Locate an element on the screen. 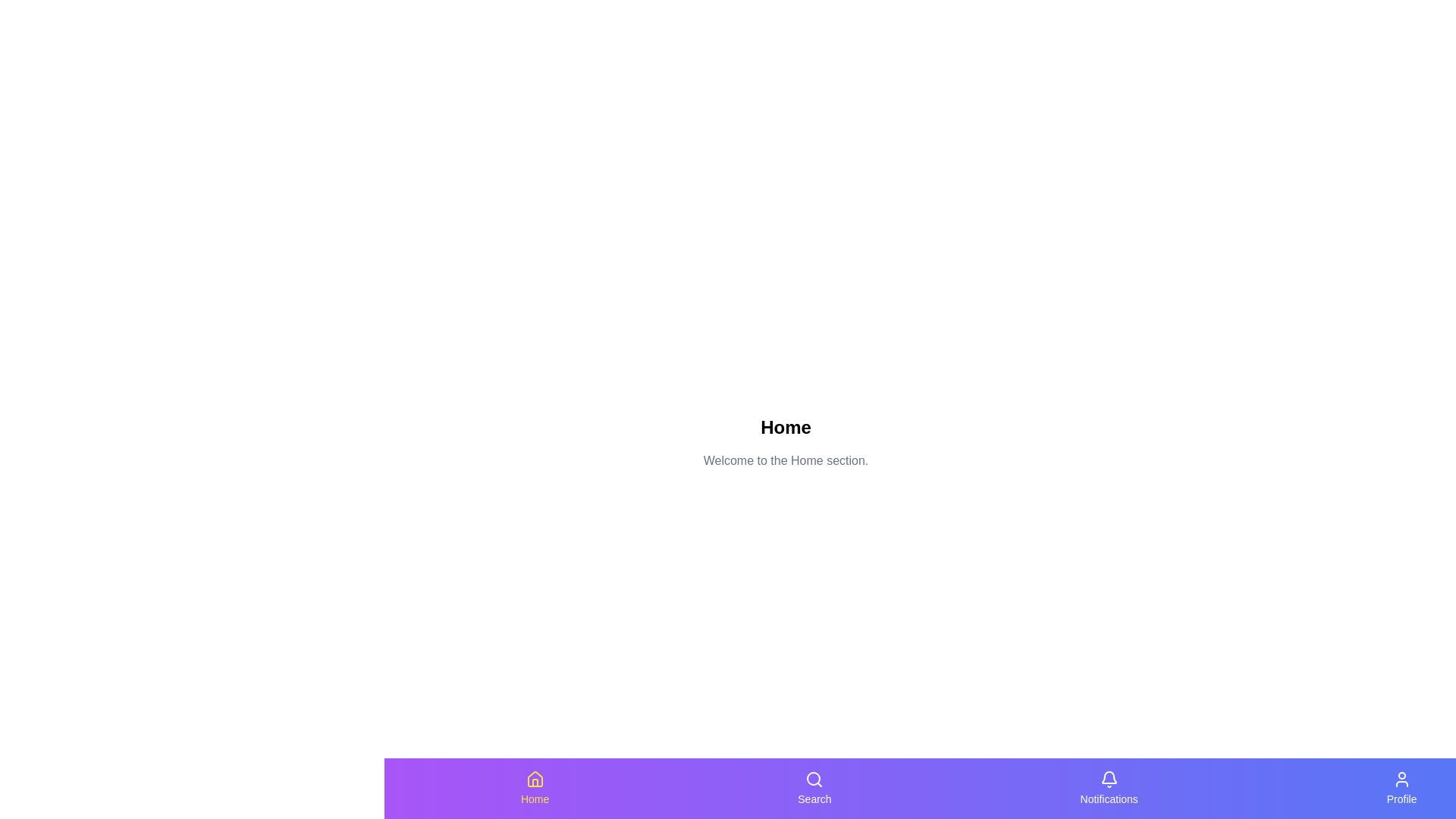 This screenshot has height=819, width=1456. the profile navigation button located in the bottom horizontal navigation bar, which is the fourth option from the left, to observe any hover effect is located at coordinates (1401, 788).